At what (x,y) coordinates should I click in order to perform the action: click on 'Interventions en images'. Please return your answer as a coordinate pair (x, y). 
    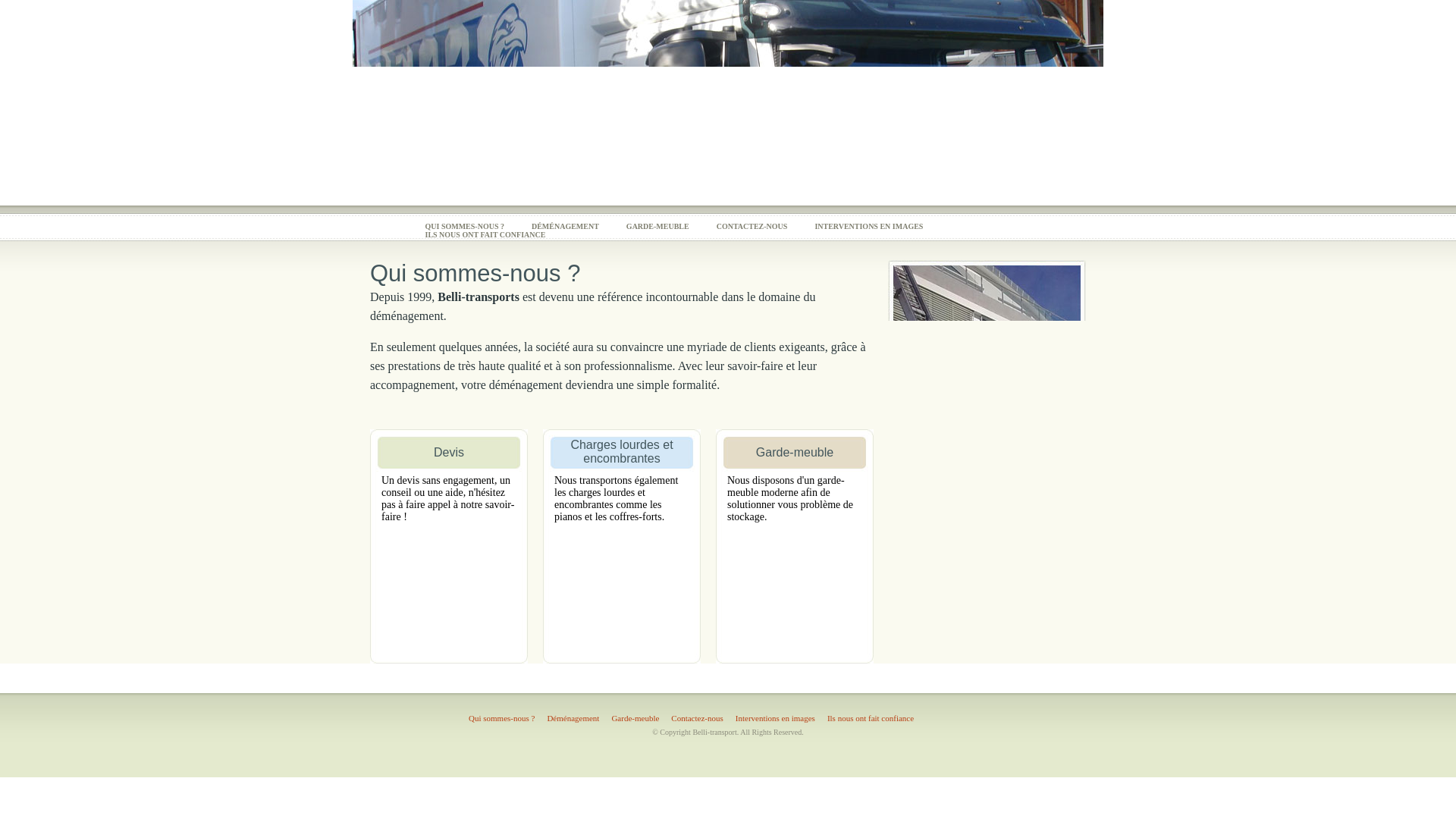
    Looking at the image, I should click on (729, 717).